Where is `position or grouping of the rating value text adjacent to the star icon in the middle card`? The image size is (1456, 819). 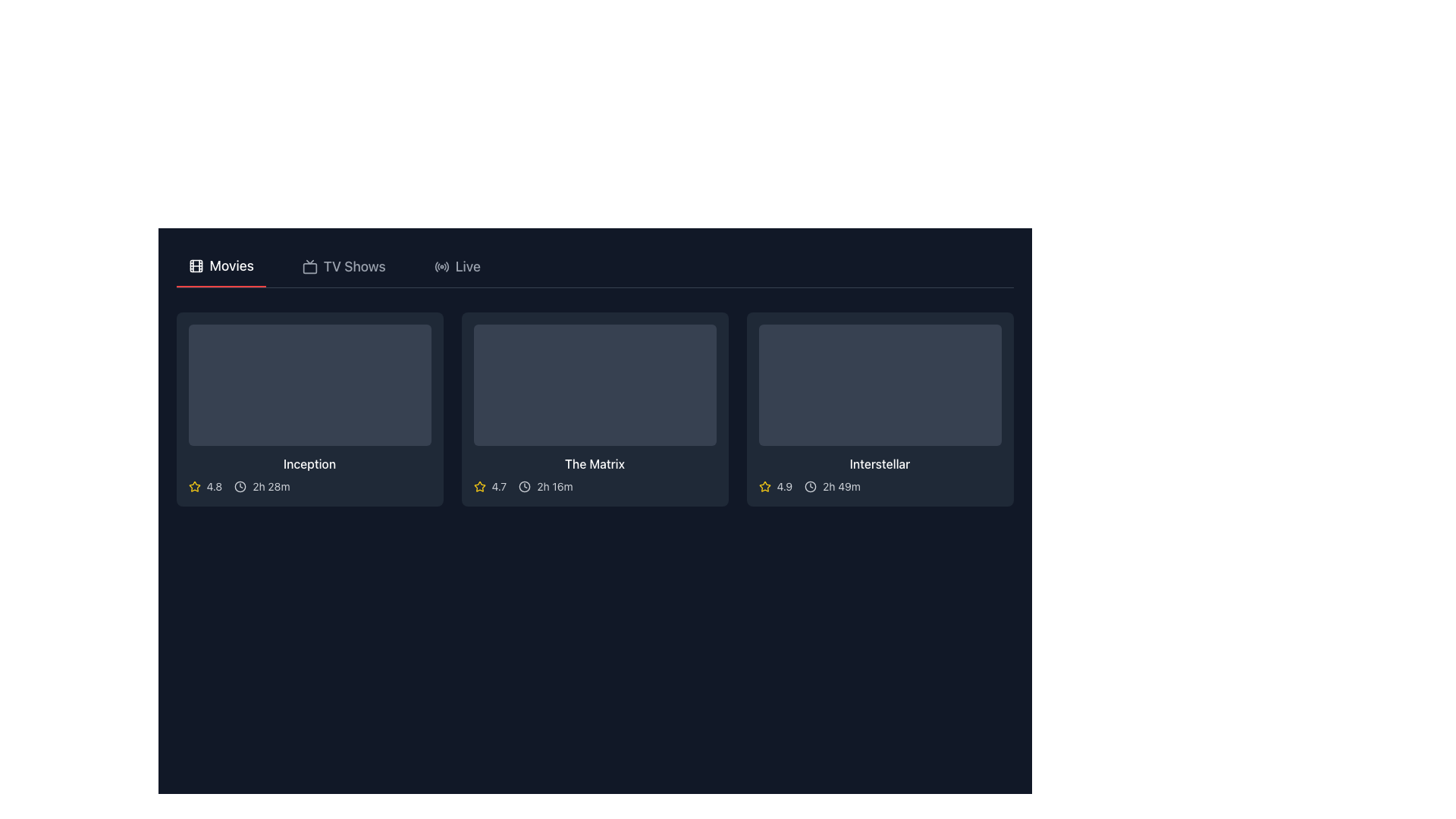 position or grouping of the rating value text adjacent to the star icon in the middle card is located at coordinates (499, 486).